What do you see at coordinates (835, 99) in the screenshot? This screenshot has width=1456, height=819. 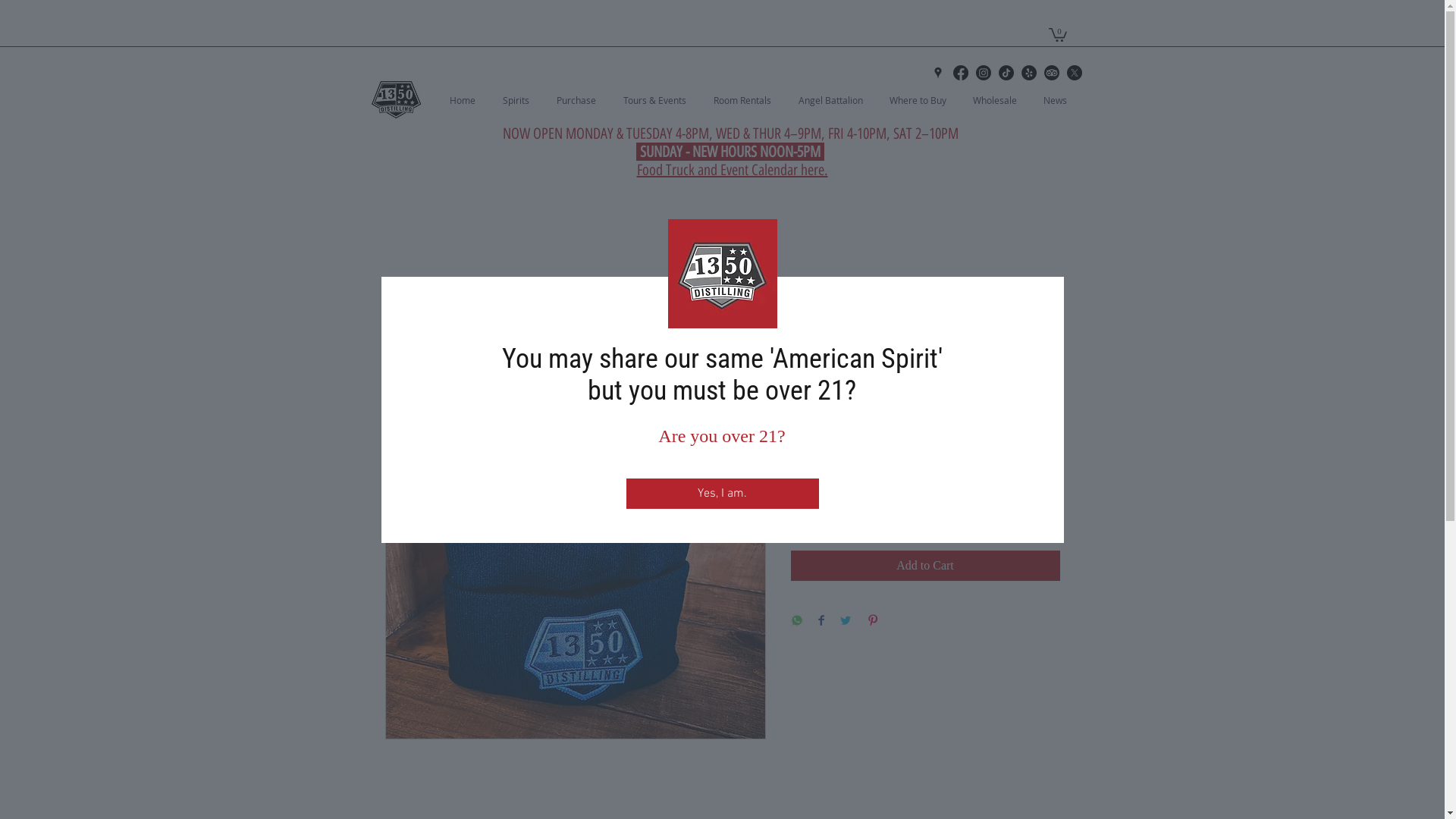 I see `'Angel Battalion'` at bounding box center [835, 99].